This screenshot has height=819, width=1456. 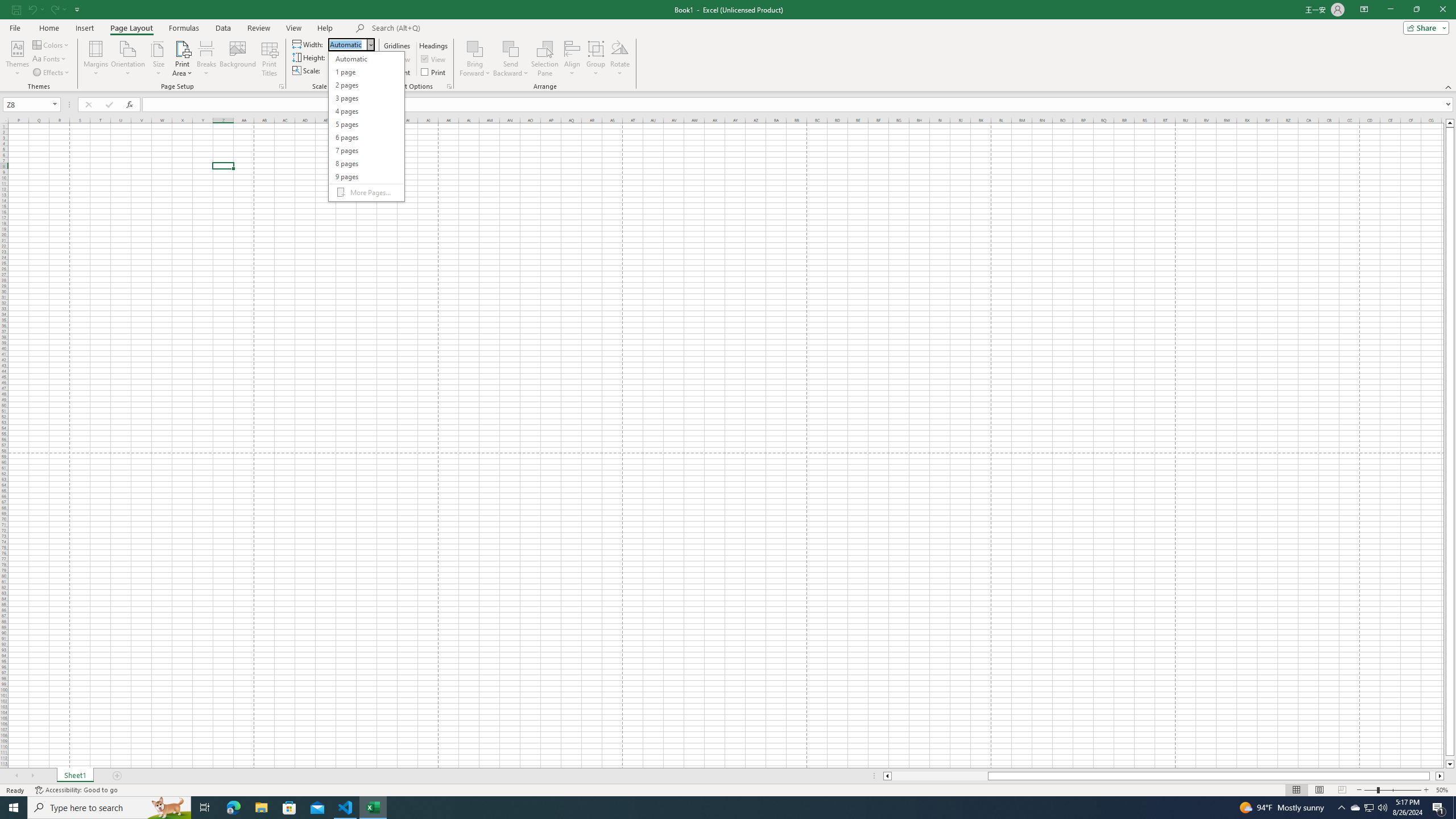 What do you see at coordinates (1449, 764) in the screenshot?
I see `'Line down'` at bounding box center [1449, 764].